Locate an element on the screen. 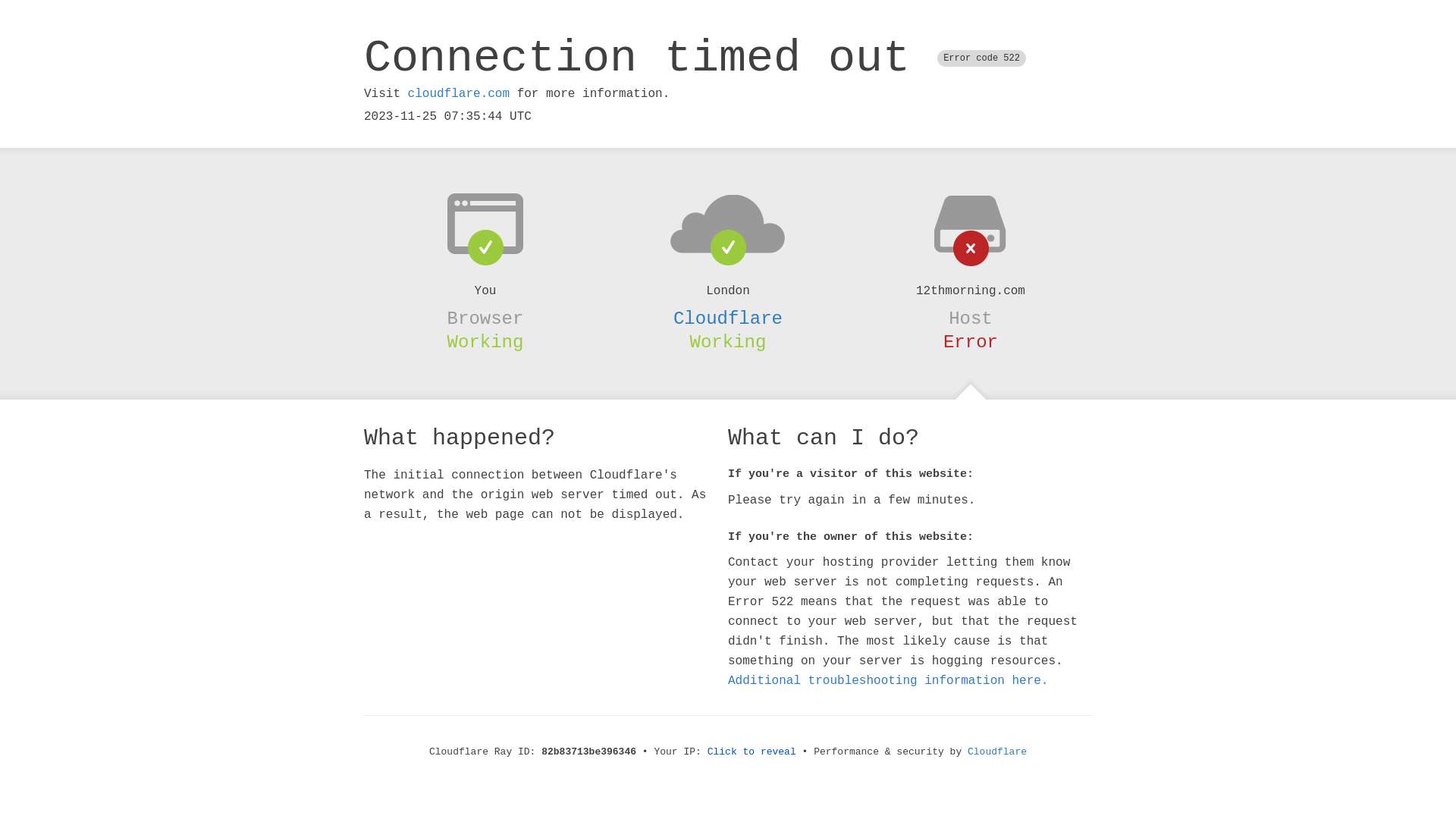  'Cloudflare' is located at coordinates (728, 318).